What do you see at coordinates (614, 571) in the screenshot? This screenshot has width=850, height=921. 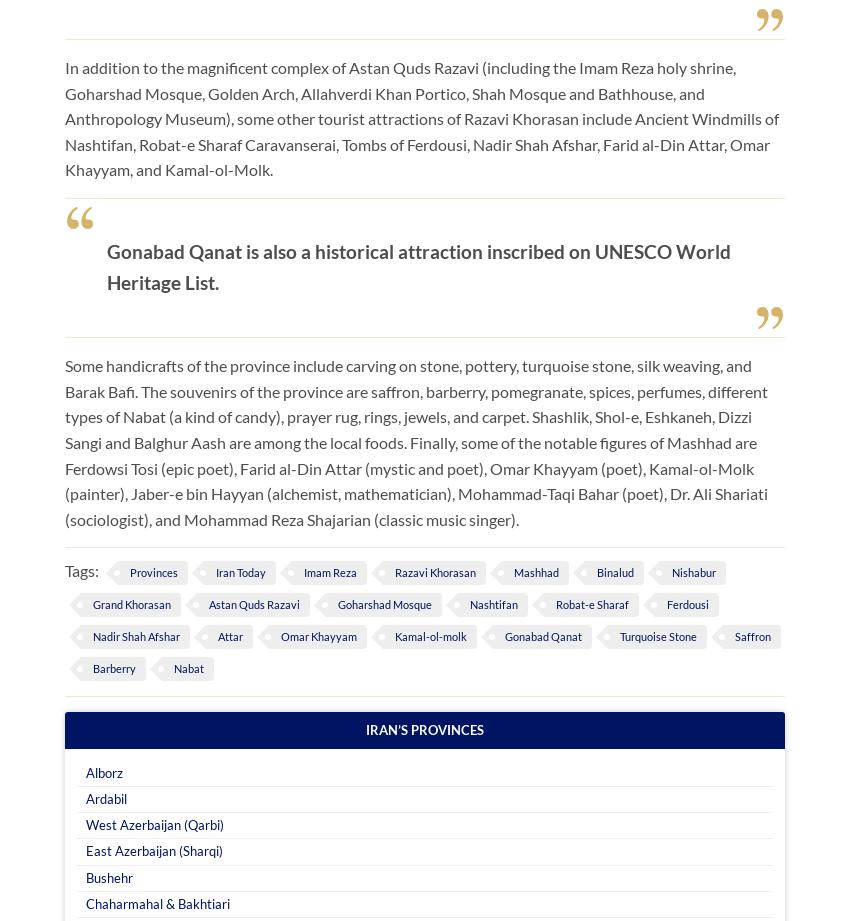 I see `'Binalud'` at bounding box center [614, 571].